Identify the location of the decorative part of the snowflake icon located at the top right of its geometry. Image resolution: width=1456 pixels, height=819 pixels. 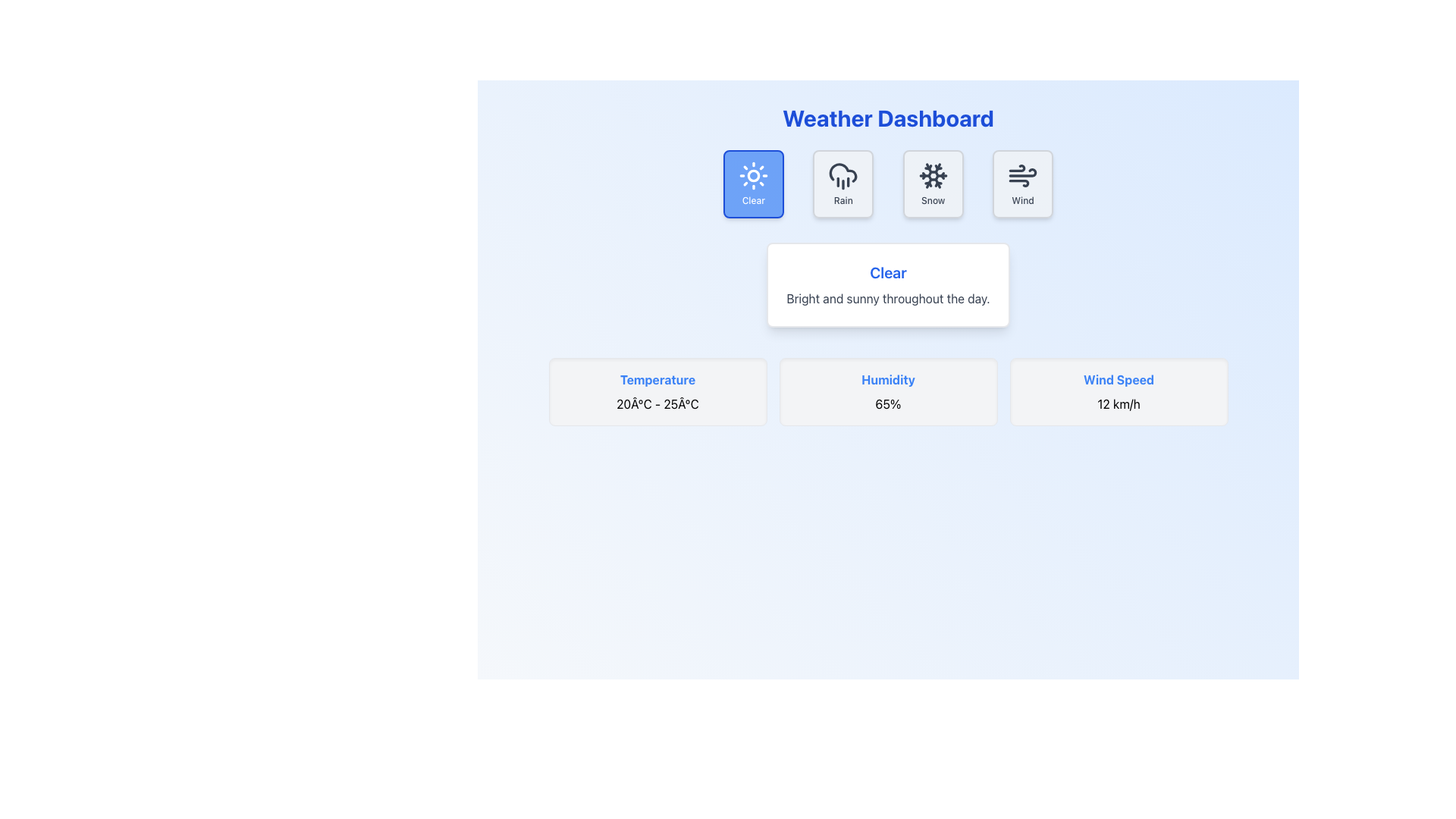
(937, 170).